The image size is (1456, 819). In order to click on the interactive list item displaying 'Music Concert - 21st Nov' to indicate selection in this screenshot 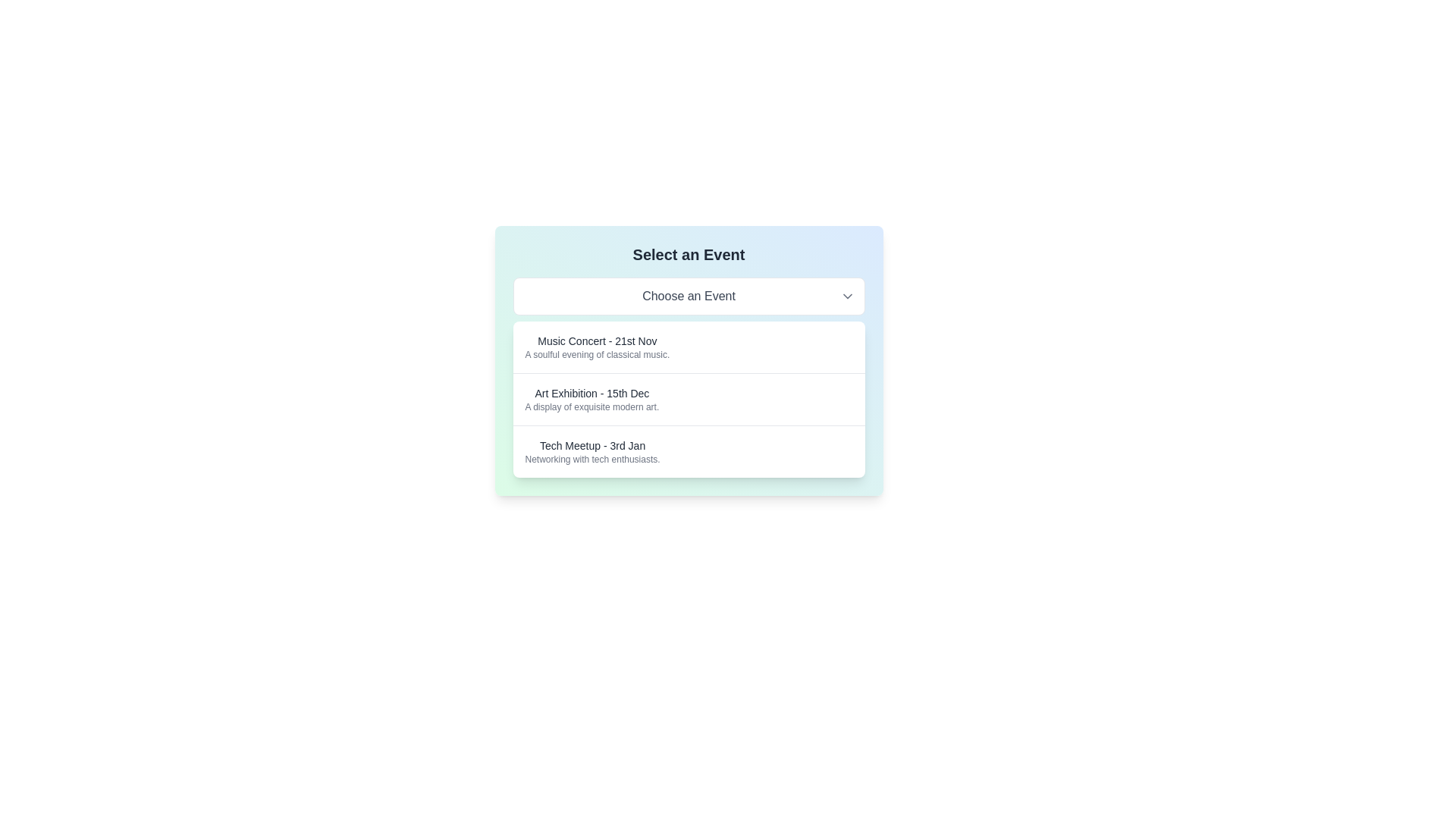, I will do `click(688, 347)`.